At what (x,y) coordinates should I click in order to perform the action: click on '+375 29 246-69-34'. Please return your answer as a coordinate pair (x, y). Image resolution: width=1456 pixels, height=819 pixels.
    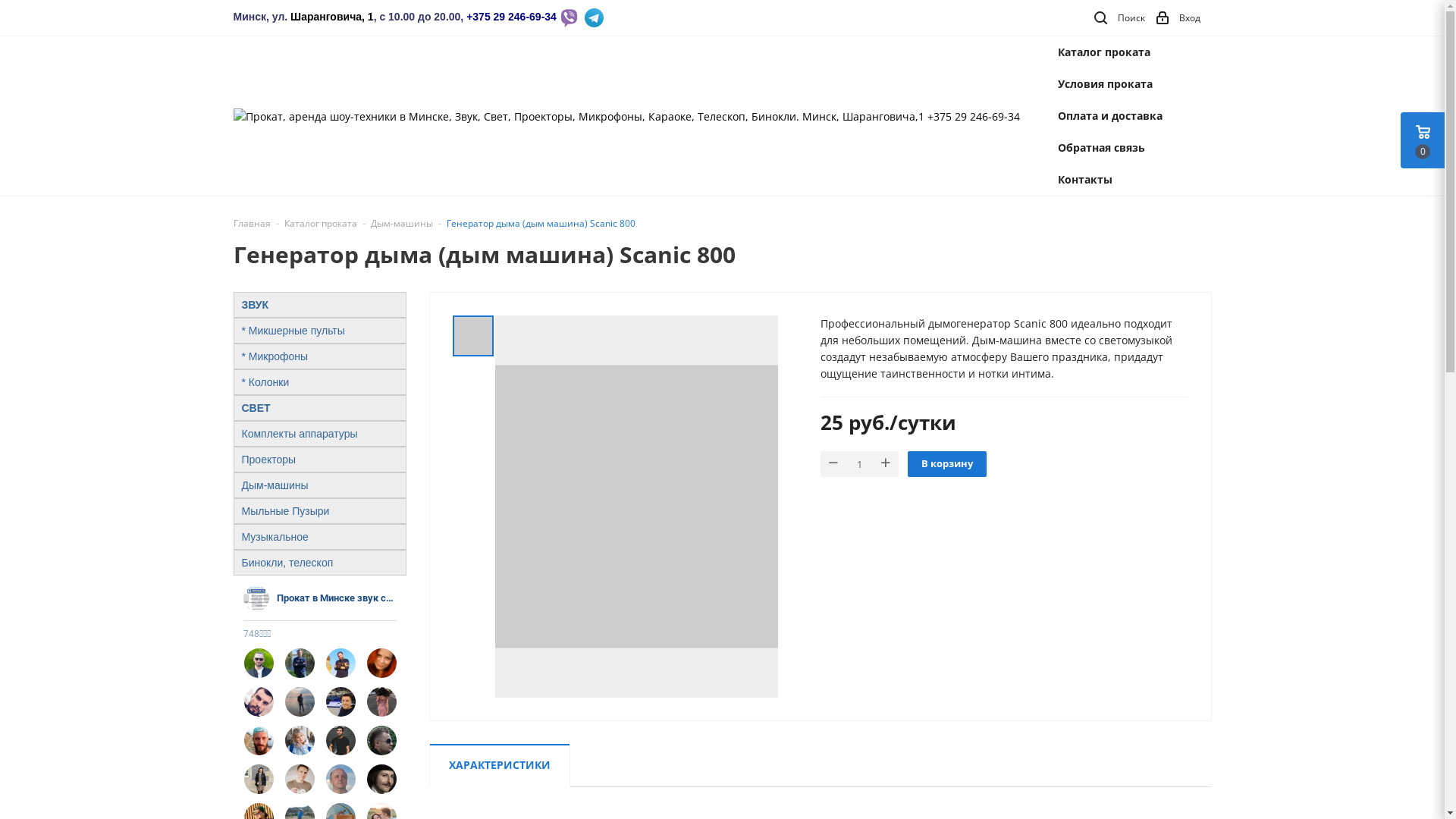
    Looking at the image, I should click on (511, 17).